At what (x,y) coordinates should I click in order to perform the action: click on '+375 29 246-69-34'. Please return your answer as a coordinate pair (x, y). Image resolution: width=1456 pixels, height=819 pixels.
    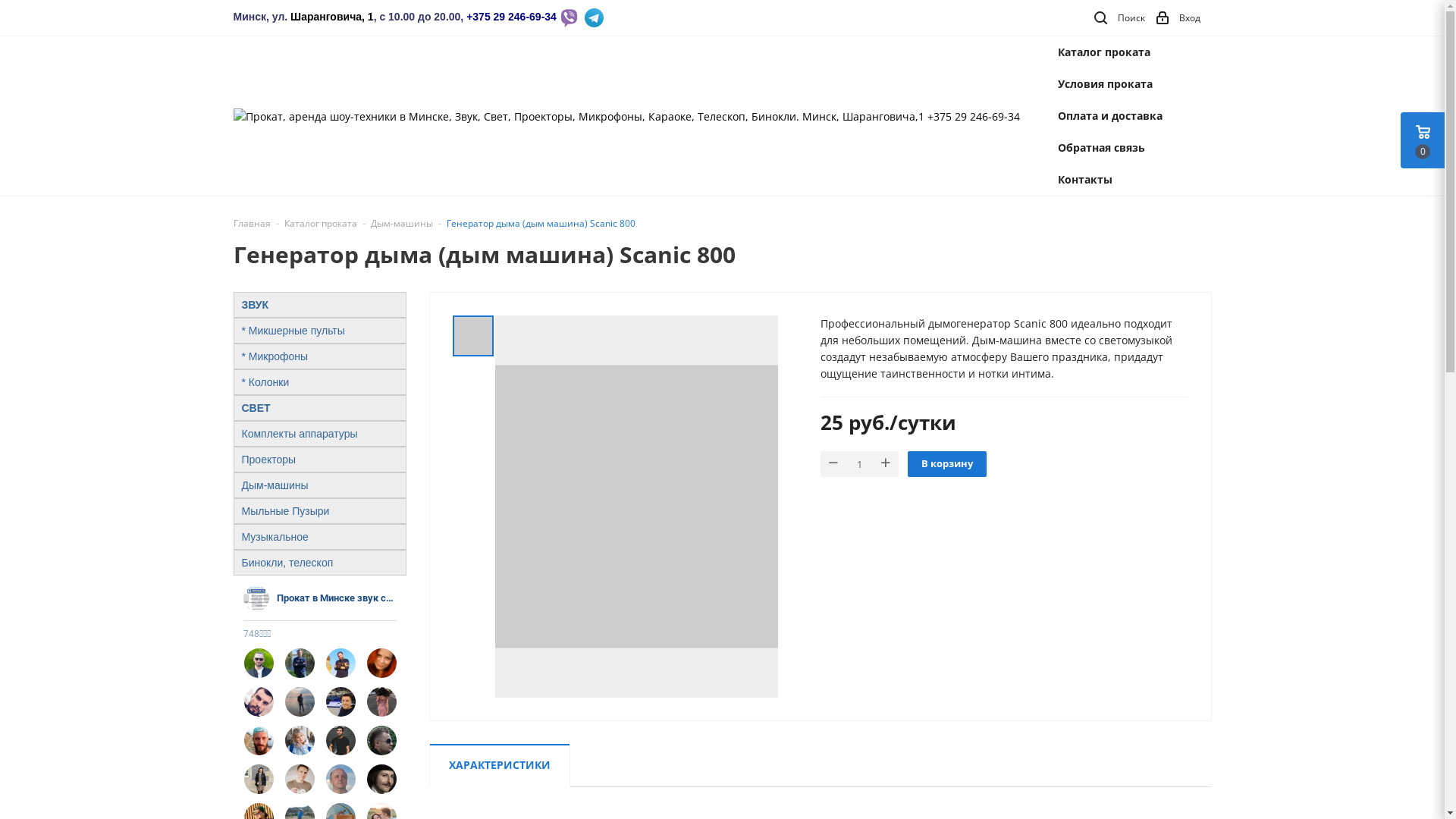
    Looking at the image, I should click on (511, 17).